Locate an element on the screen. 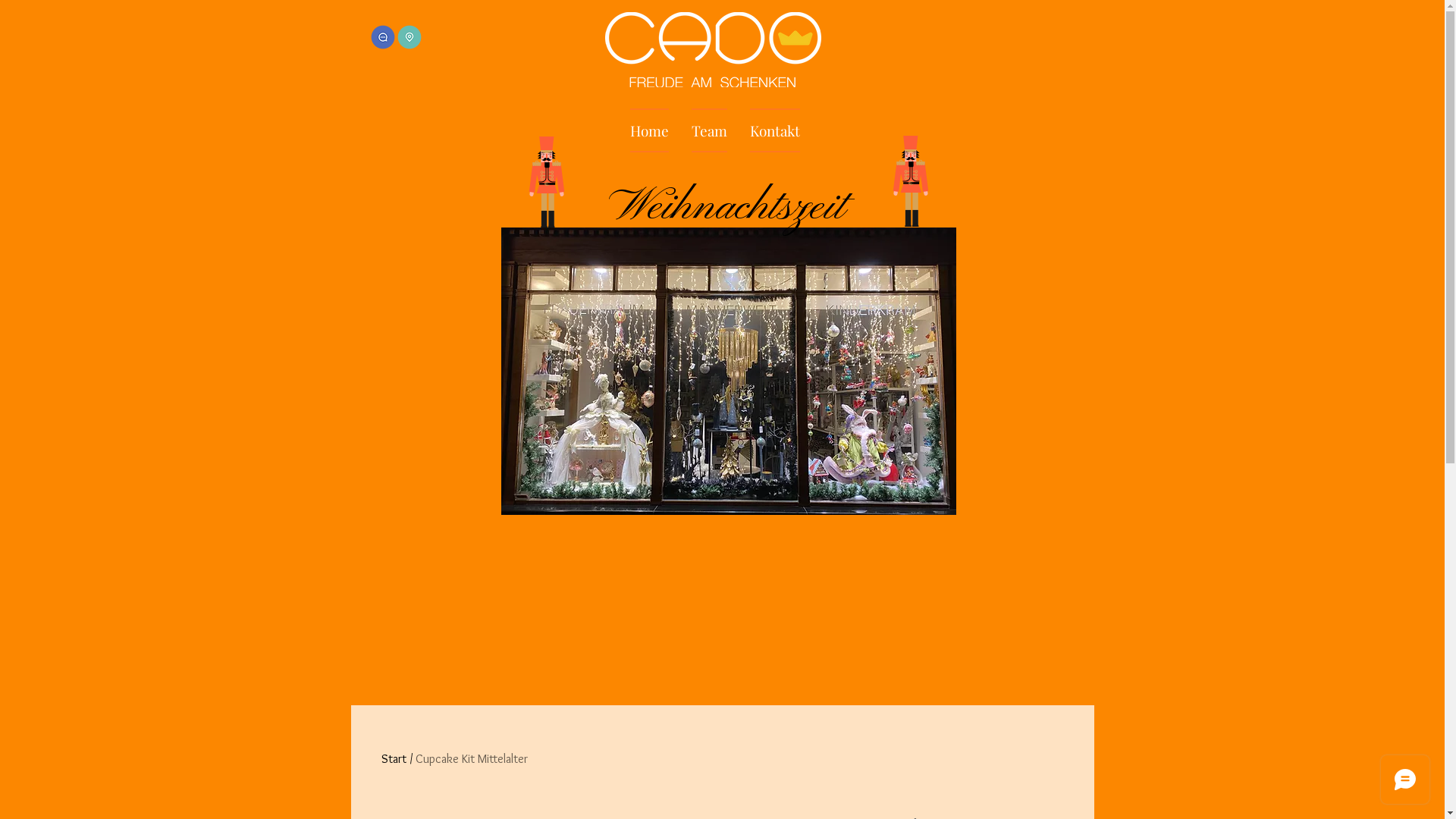 The height and width of the screenshot is (819, 1456). 'Home' is located at coordinates (629, 130).